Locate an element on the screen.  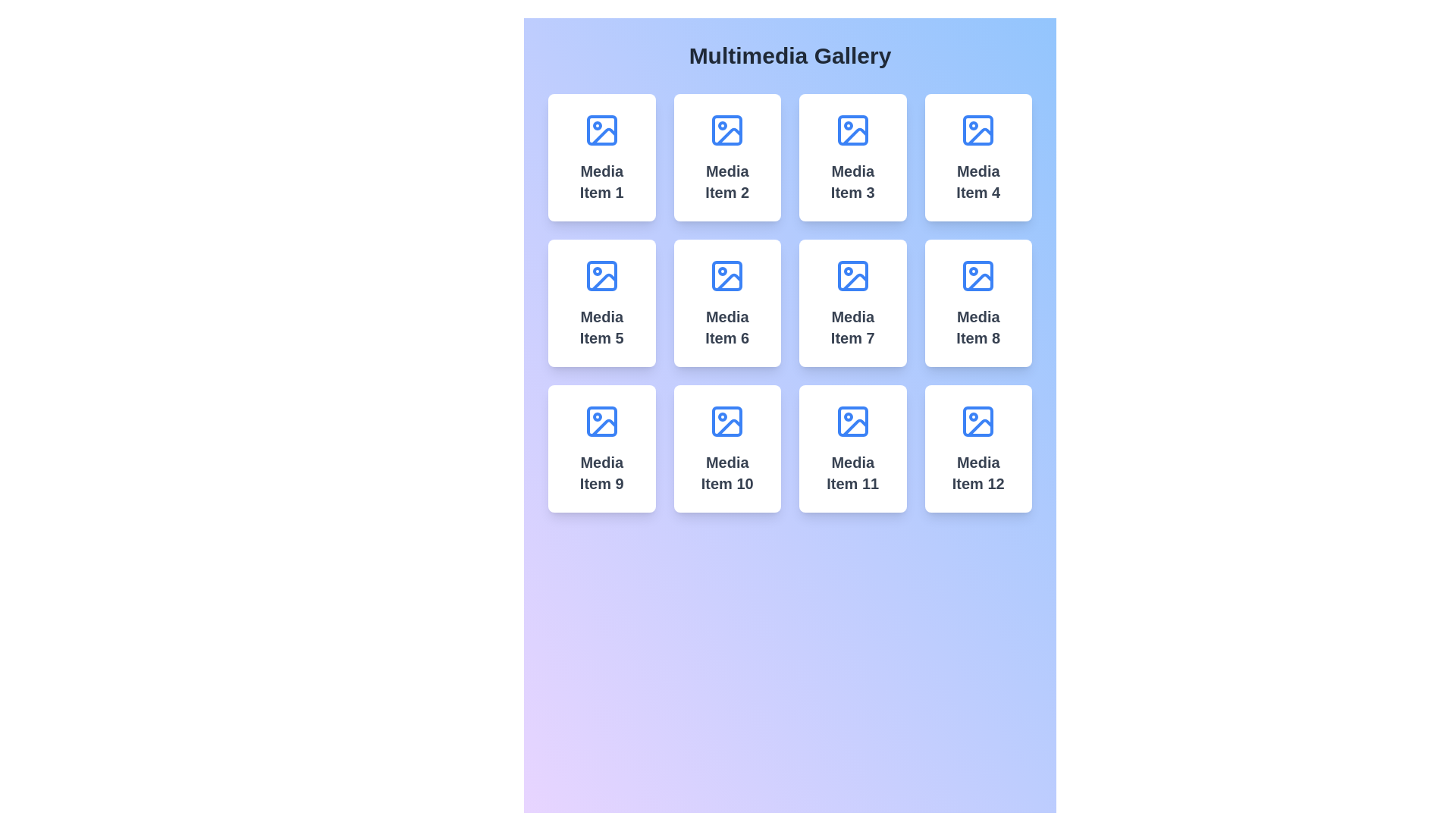
the Card component representing the tenth media item in the gallery, located in the fourth row and second column of the grid layout is located at coordinates (726, 447).